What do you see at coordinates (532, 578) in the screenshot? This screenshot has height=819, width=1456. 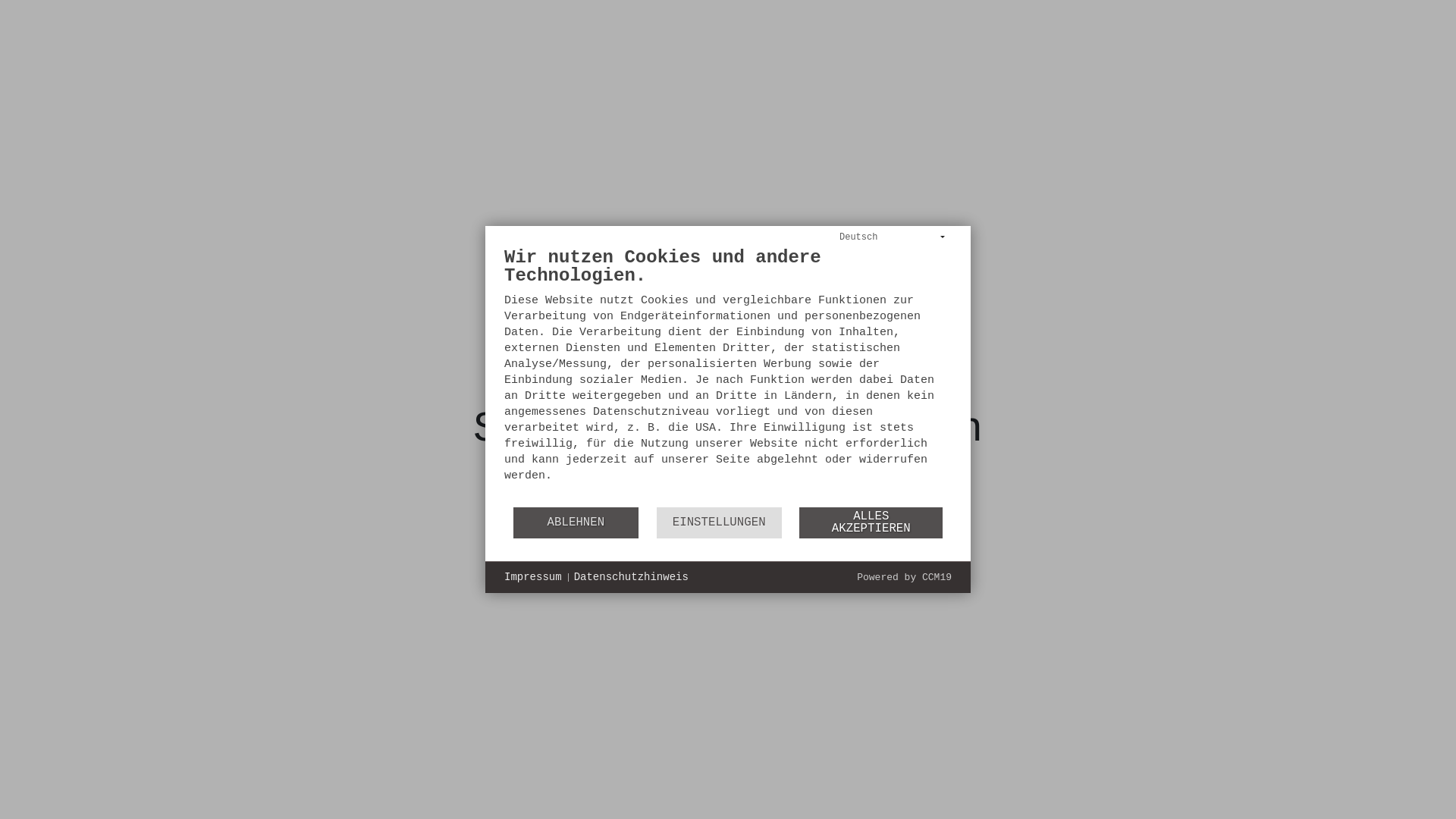 I see `'Impressum'` at bounding box center [532, 578].